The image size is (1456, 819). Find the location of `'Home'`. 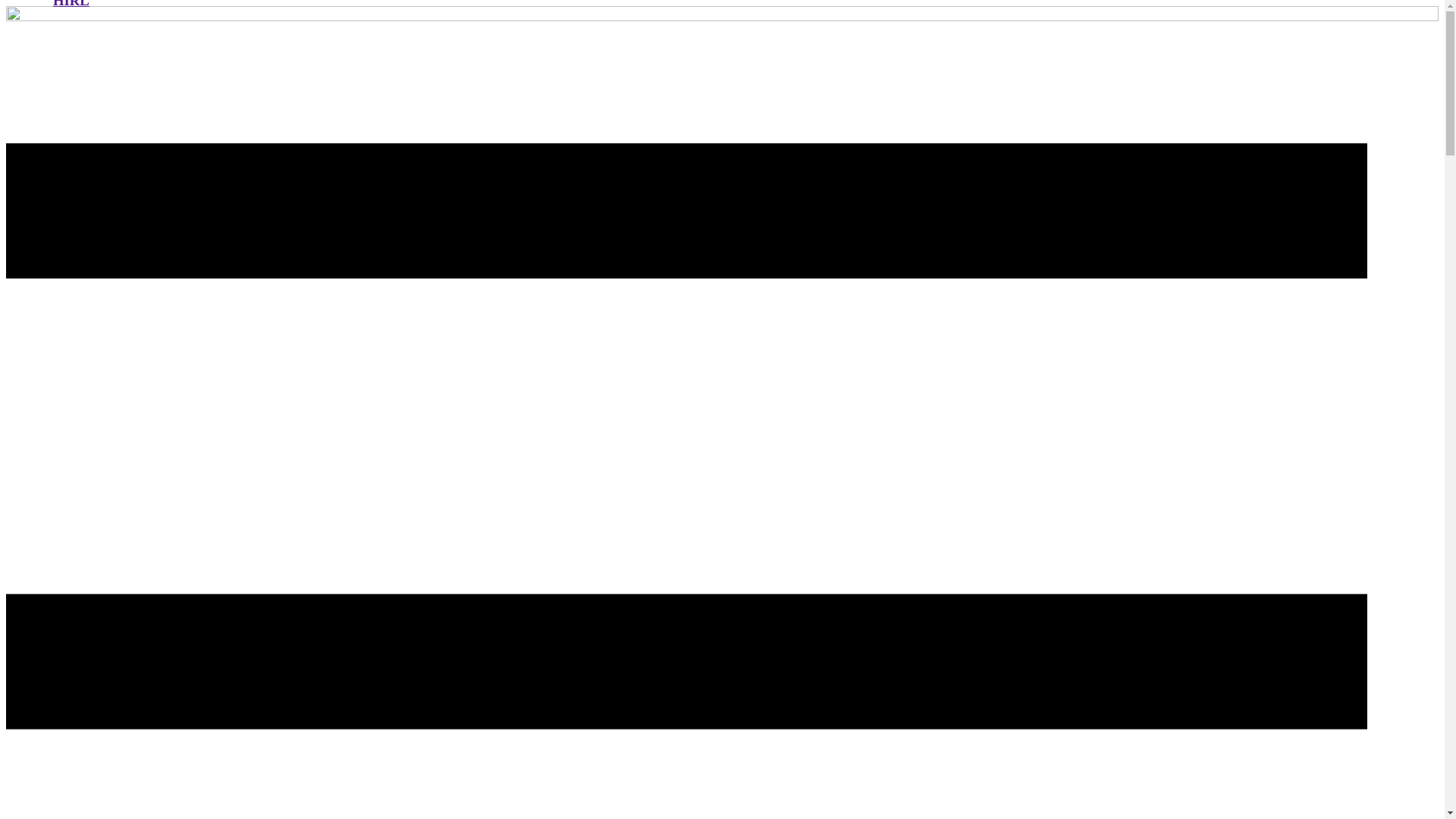

'Home' is located at coordinates (6, 17).